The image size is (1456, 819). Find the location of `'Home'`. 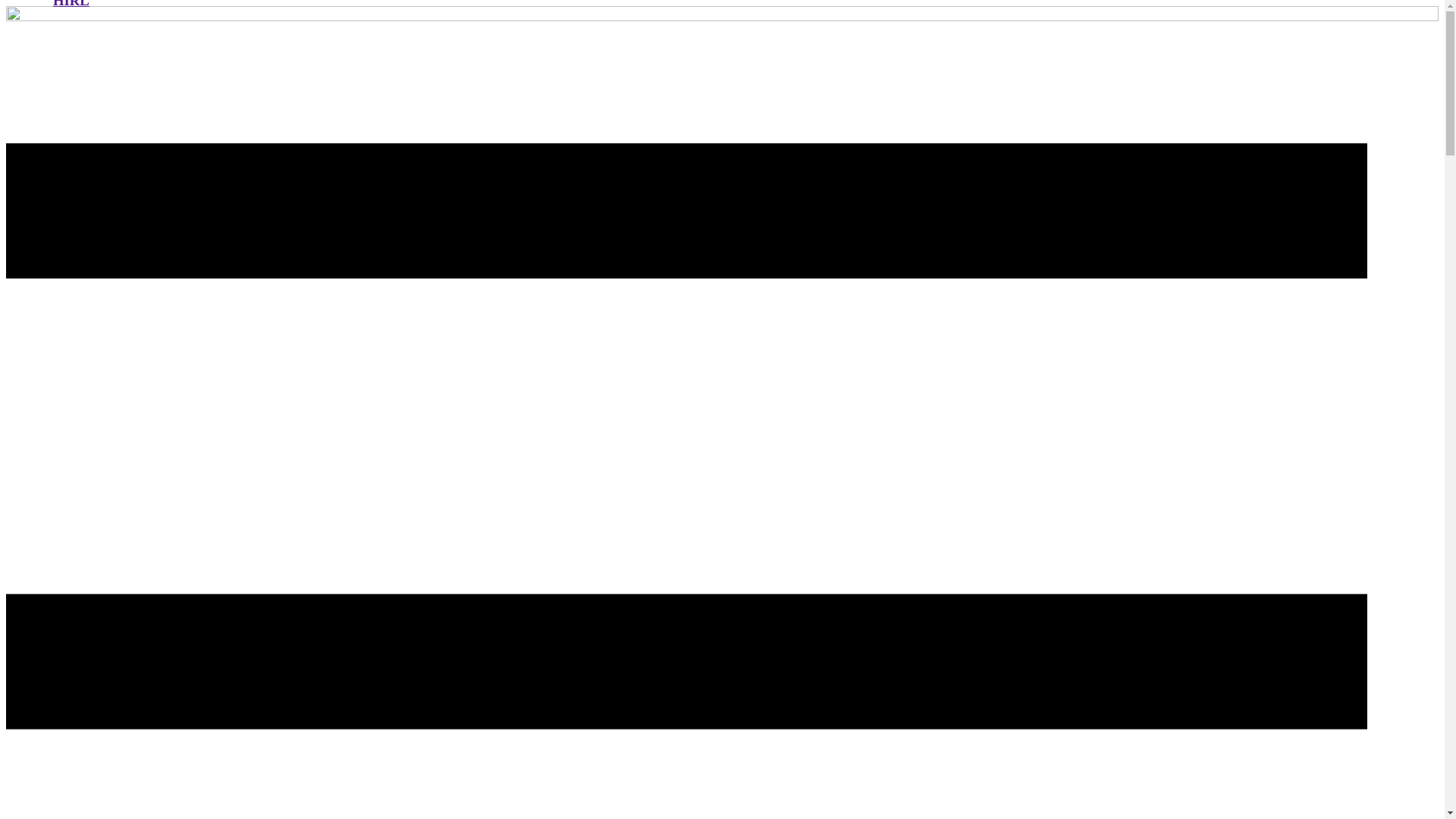

'Home' is located at coordinates (6, 17).